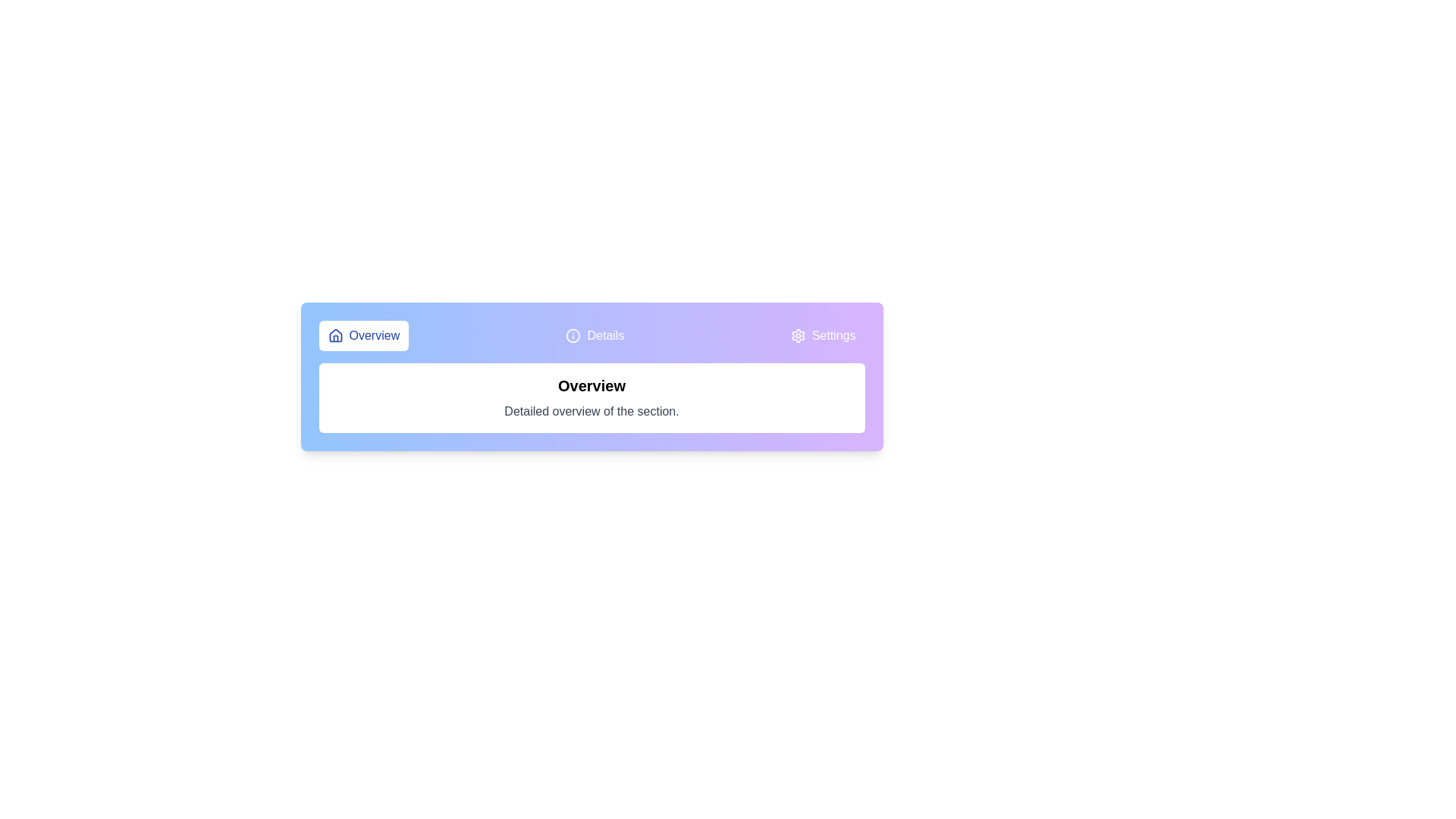 Image resolution: width=1456 pixels, height=819 pixels. I want to click on the 'Overview' navigation button located in the horizontal navigation bar to trigger visual feedback, so click(362, 335).